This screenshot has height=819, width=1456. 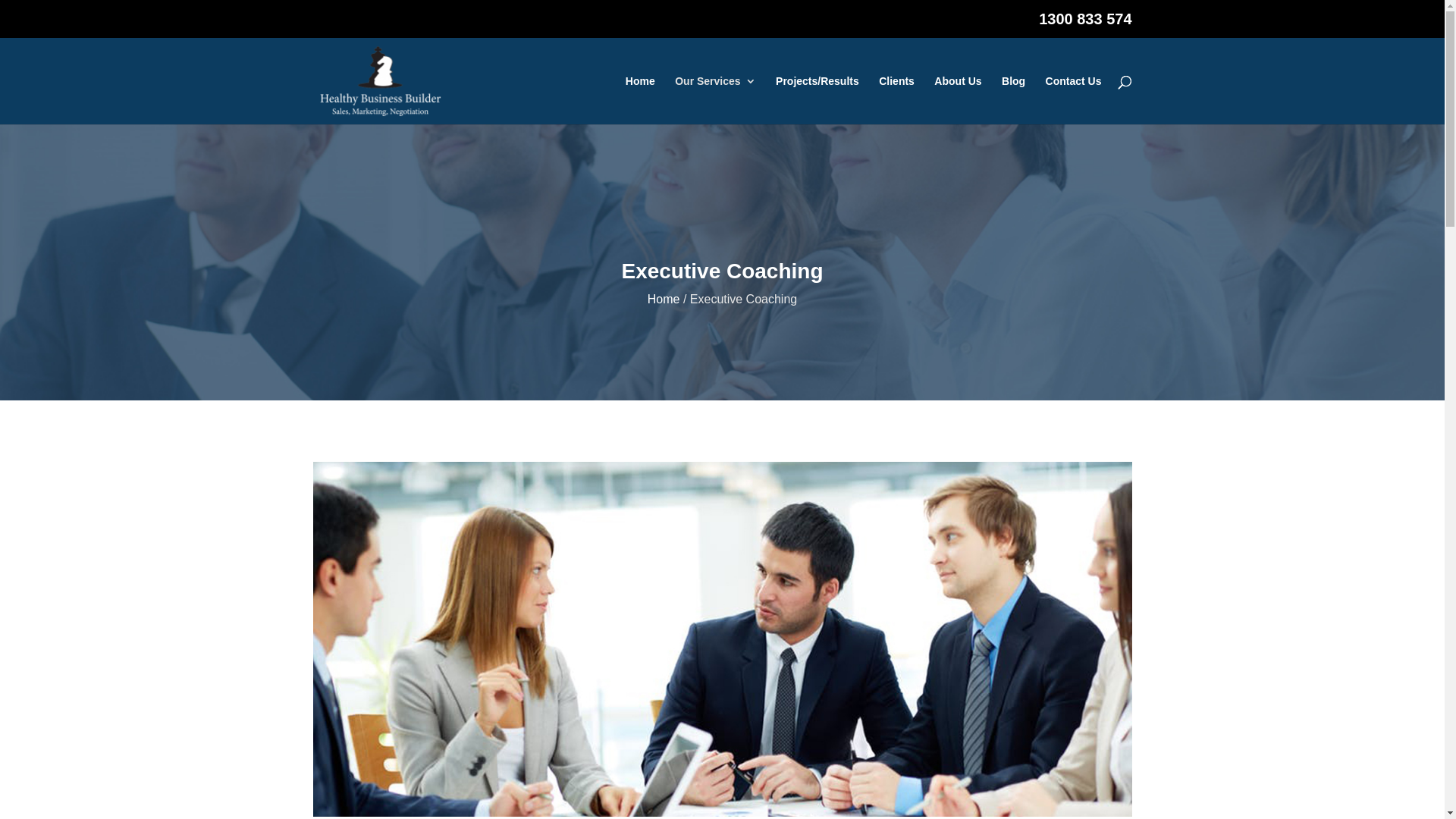 What do you see at coordinates (648, 299) in the screenshot?
I see `'Home'` at bounding box center [648, 299].